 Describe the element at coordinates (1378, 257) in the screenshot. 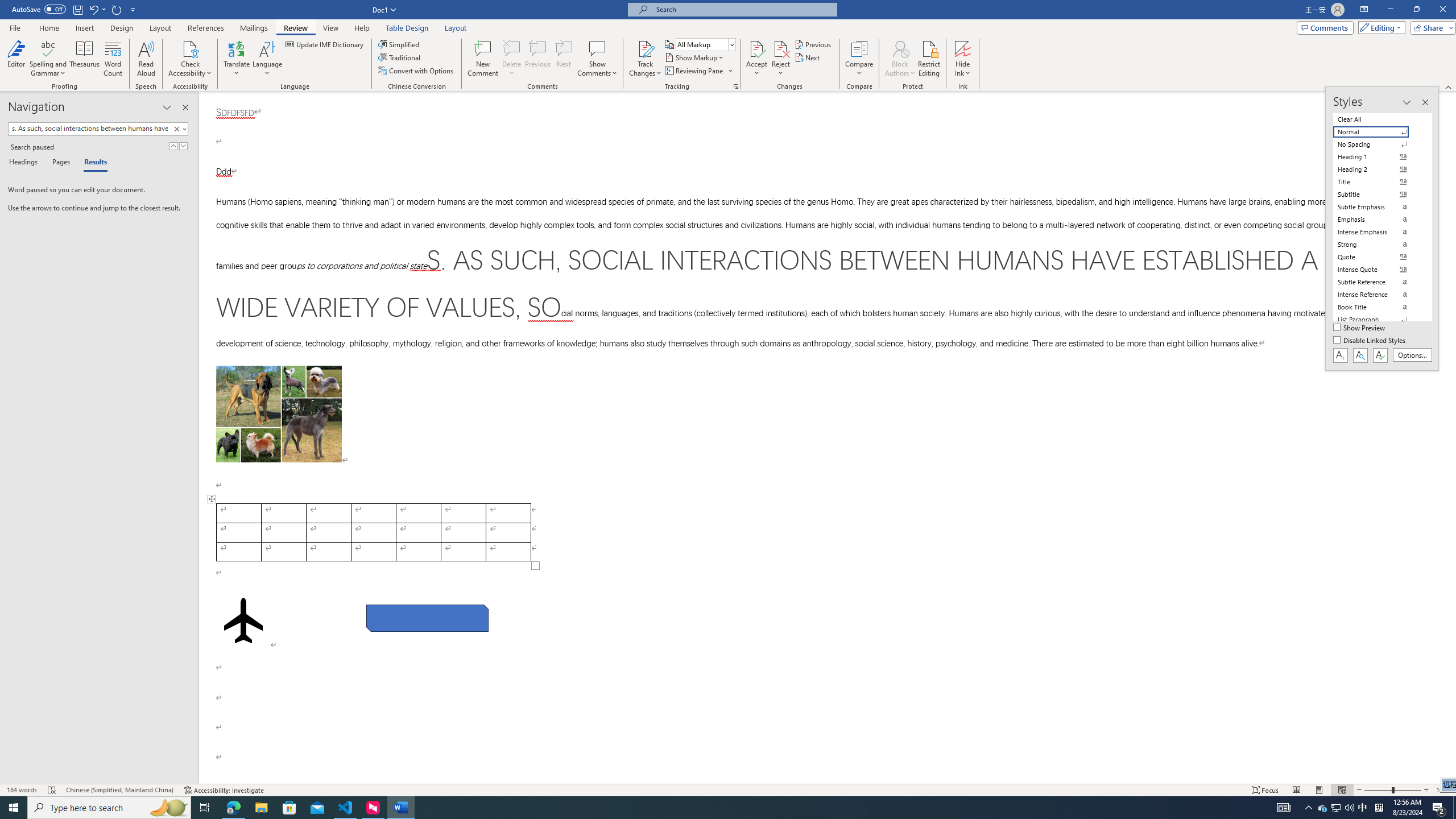

I see `'Quote'` at that location.